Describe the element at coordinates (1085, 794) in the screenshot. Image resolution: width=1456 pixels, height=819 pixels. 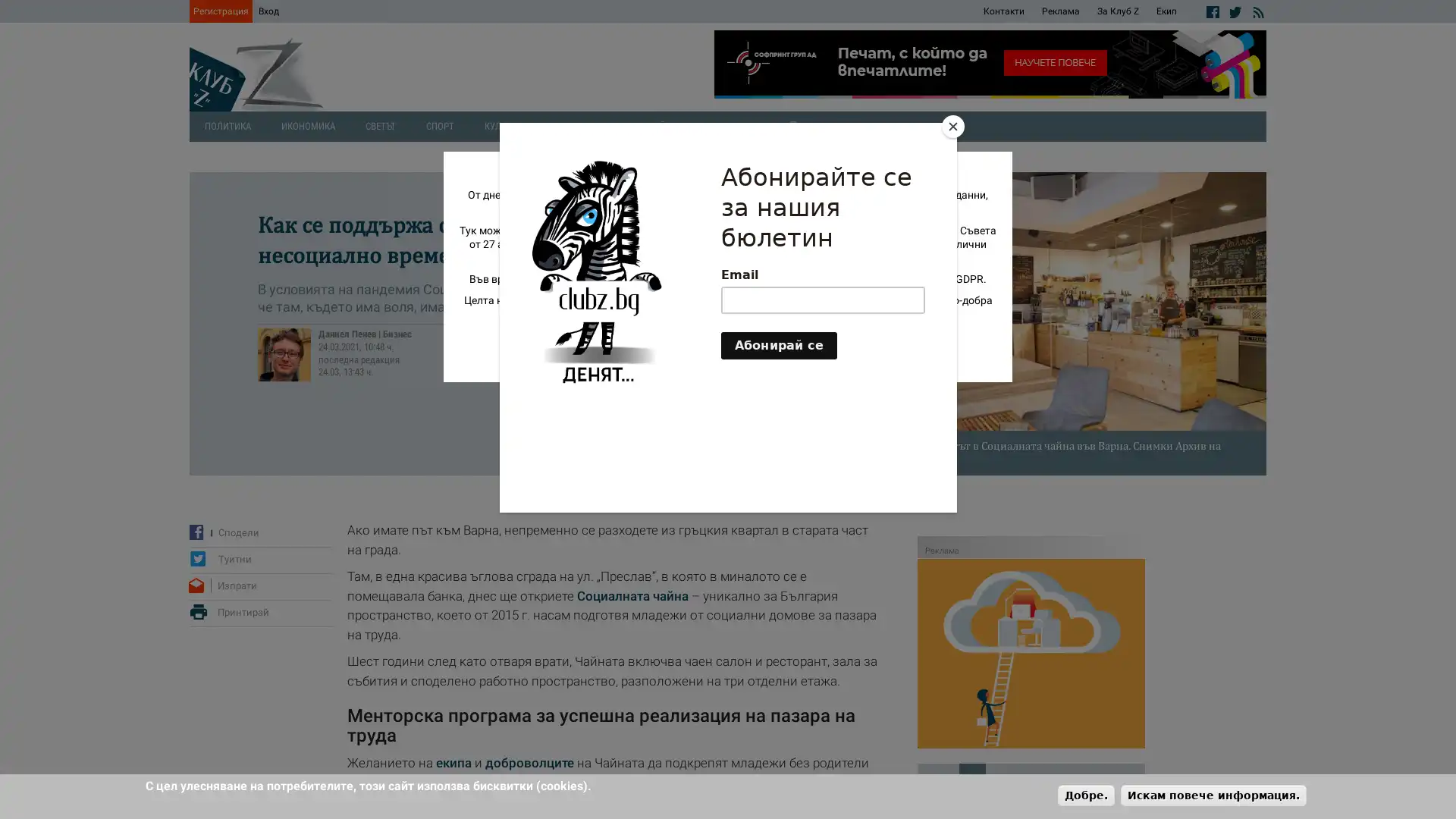
I see `.` at that location.